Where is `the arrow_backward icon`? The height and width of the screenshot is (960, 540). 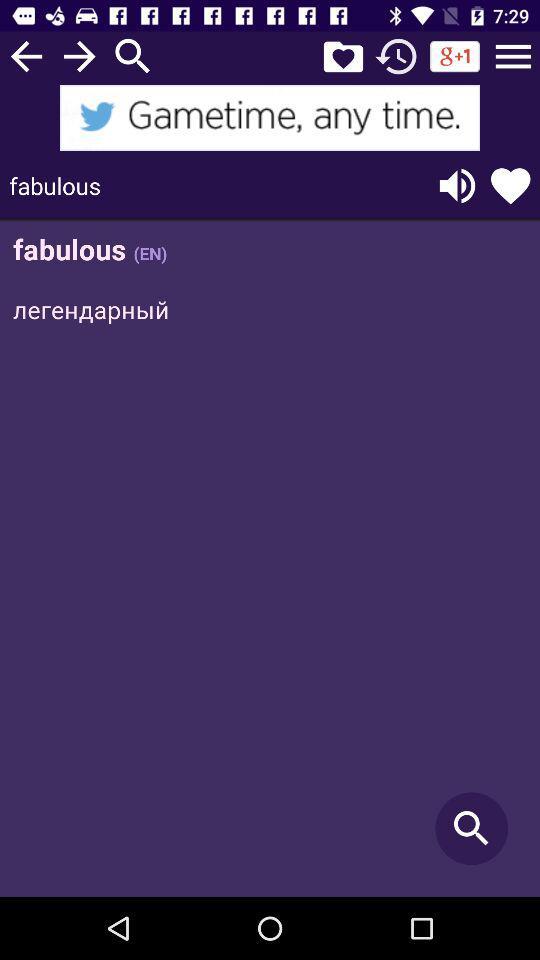 the arrow_backward icon is located at coordinates (25, 55).